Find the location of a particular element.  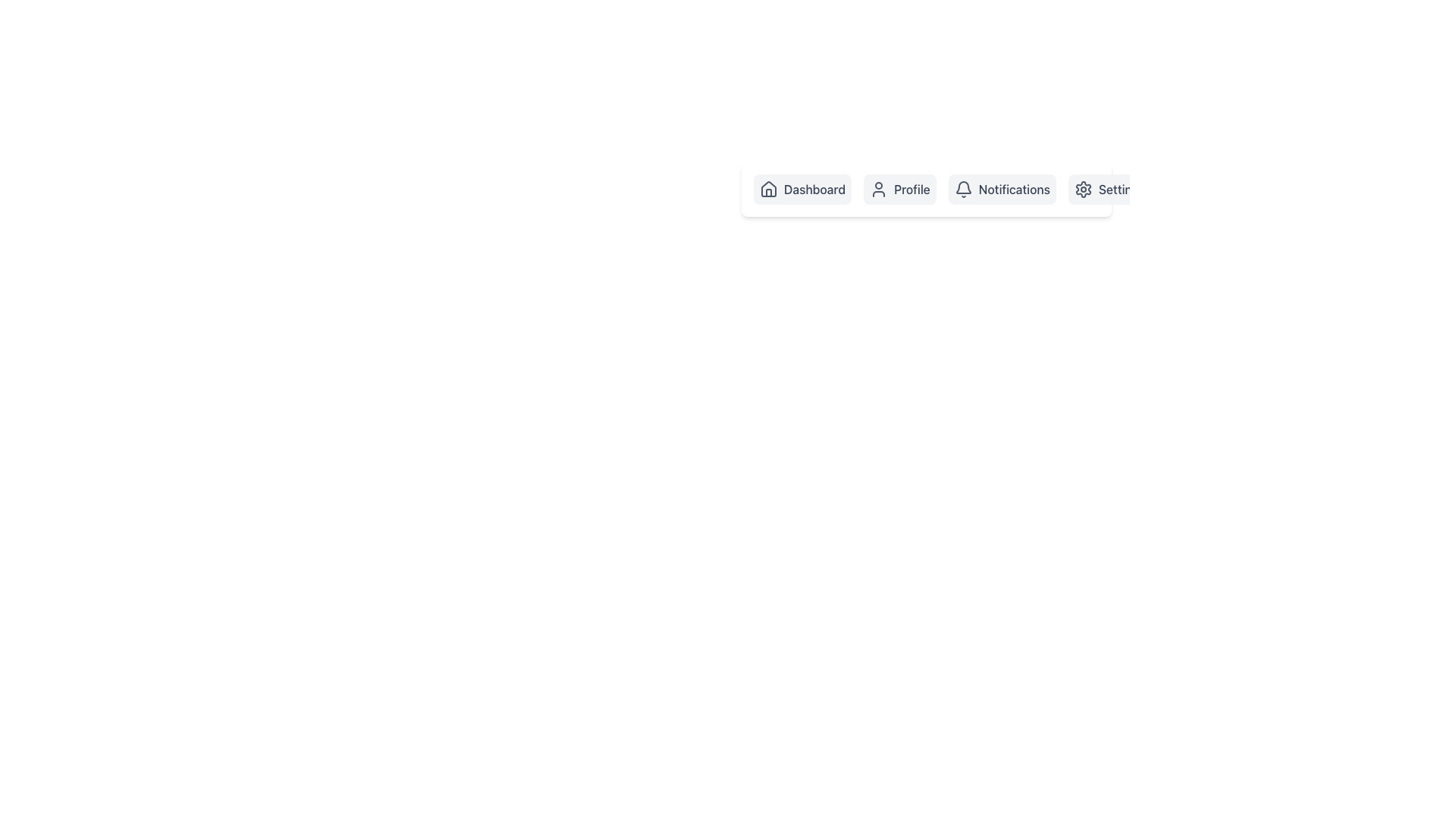

the Text Label that provides context for the adjacent settings icon in the navigation bar, positioned as the last item in the menu is located at coordinates (1122, 189).